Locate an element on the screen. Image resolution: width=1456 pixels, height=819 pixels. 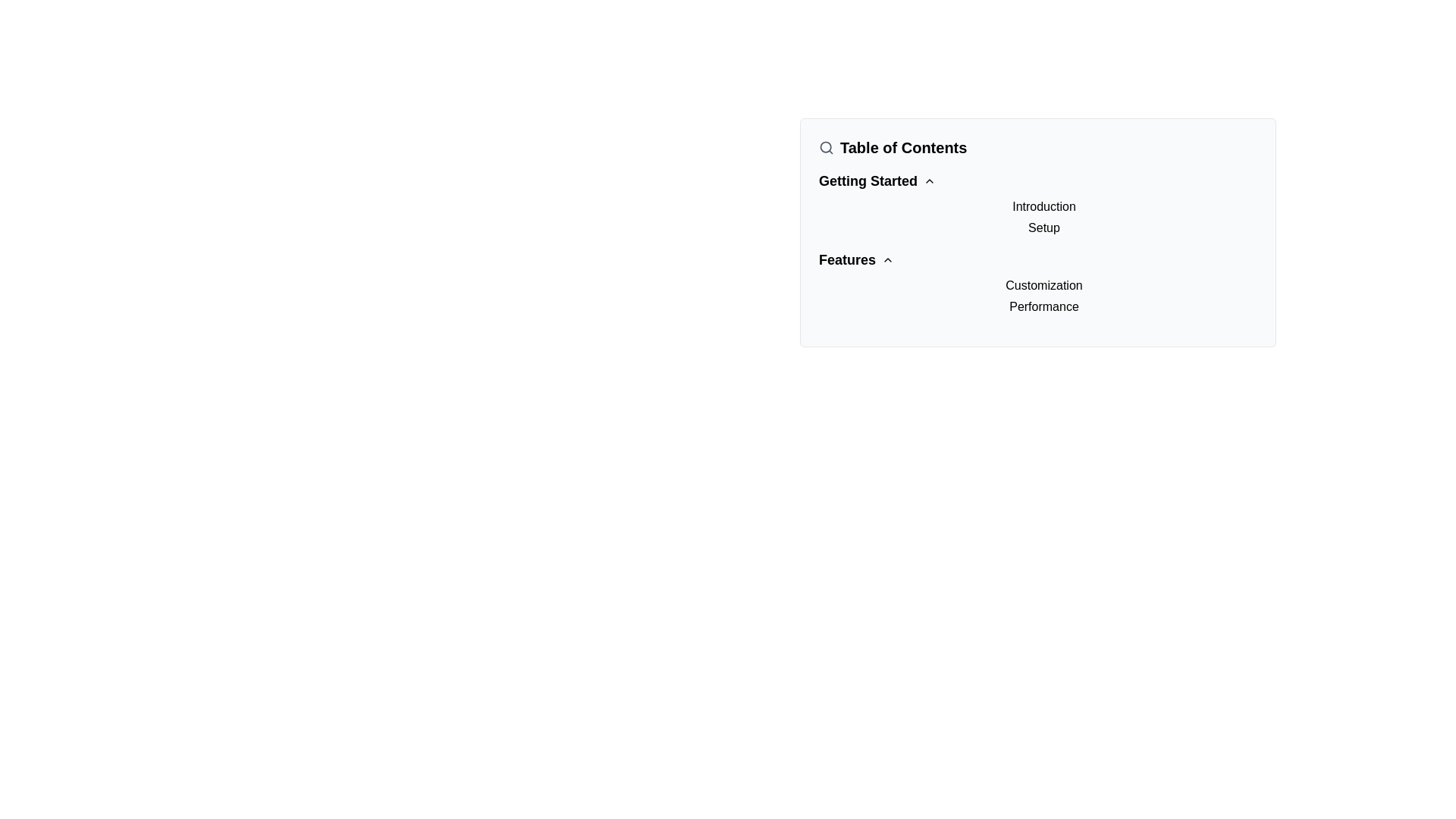
the 'Customization' entry in the Sub-list content section located under the 'Features' header of the 'Table of Contents' is located at coordinates (1037, 283).